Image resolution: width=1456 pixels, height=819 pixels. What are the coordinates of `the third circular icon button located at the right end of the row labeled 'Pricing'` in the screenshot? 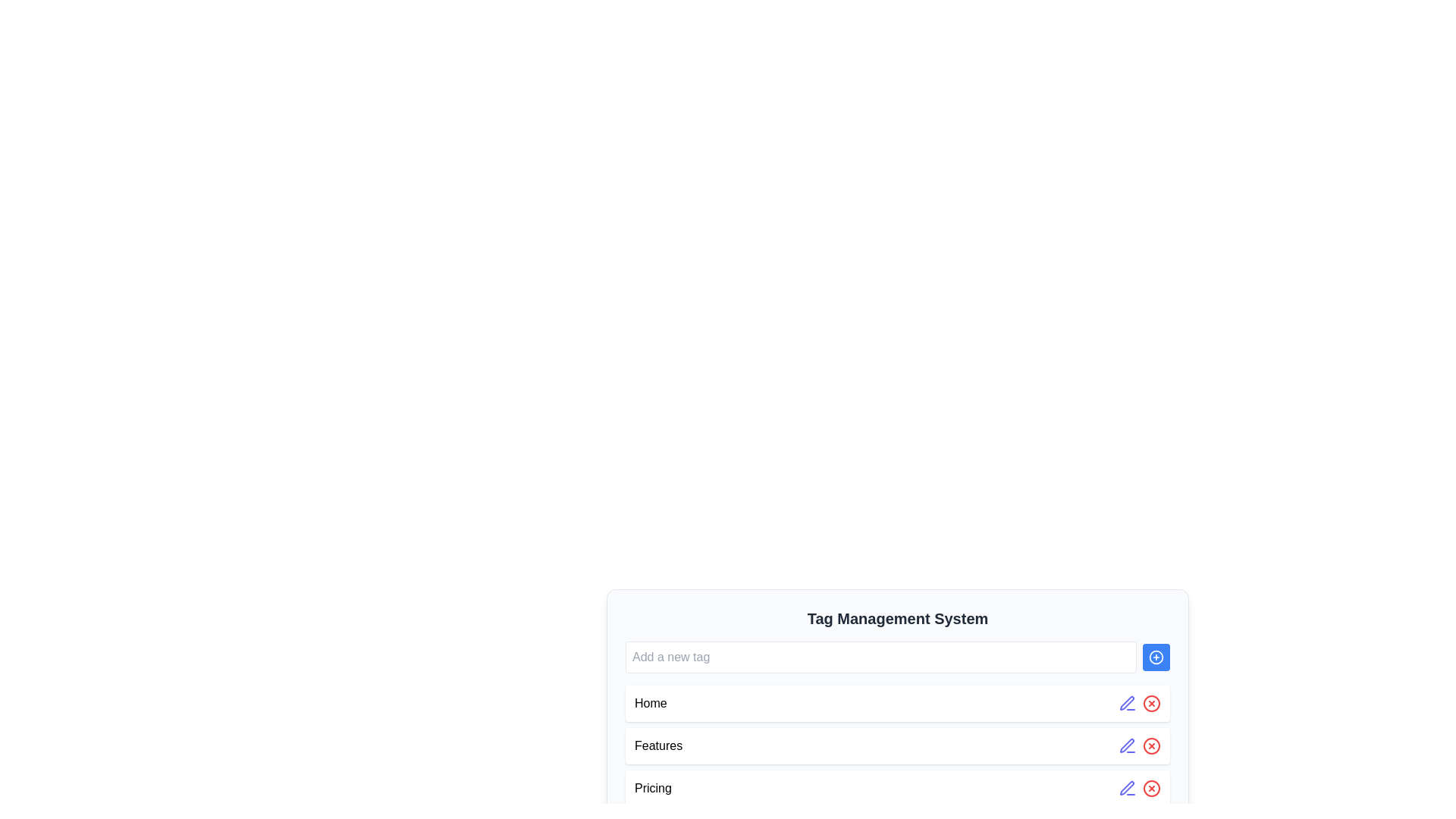 It's located at (1151, 745).